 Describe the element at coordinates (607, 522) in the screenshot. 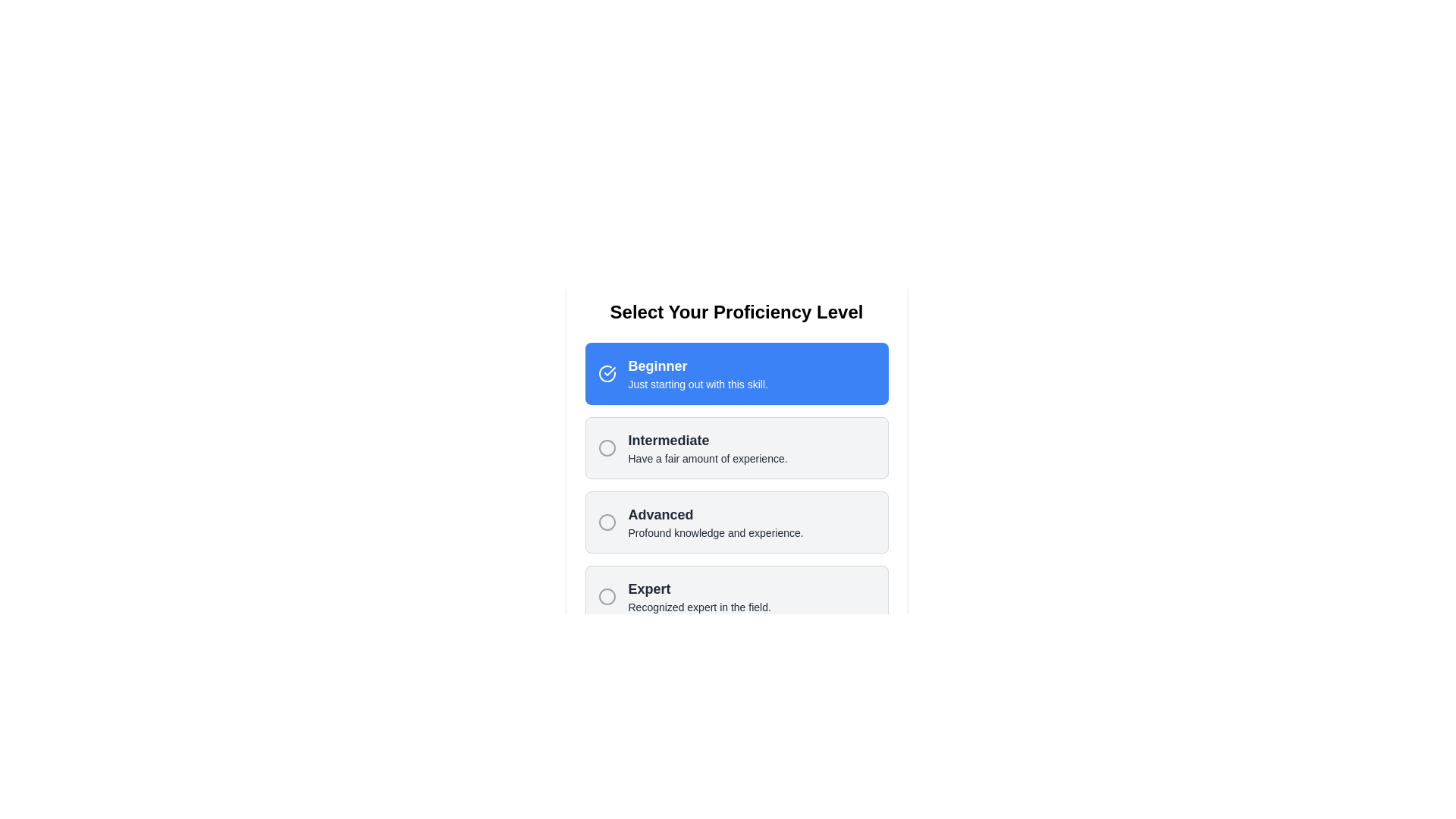

I see `the radio button for selecting the 'Advanced' proficiency level` at that location.